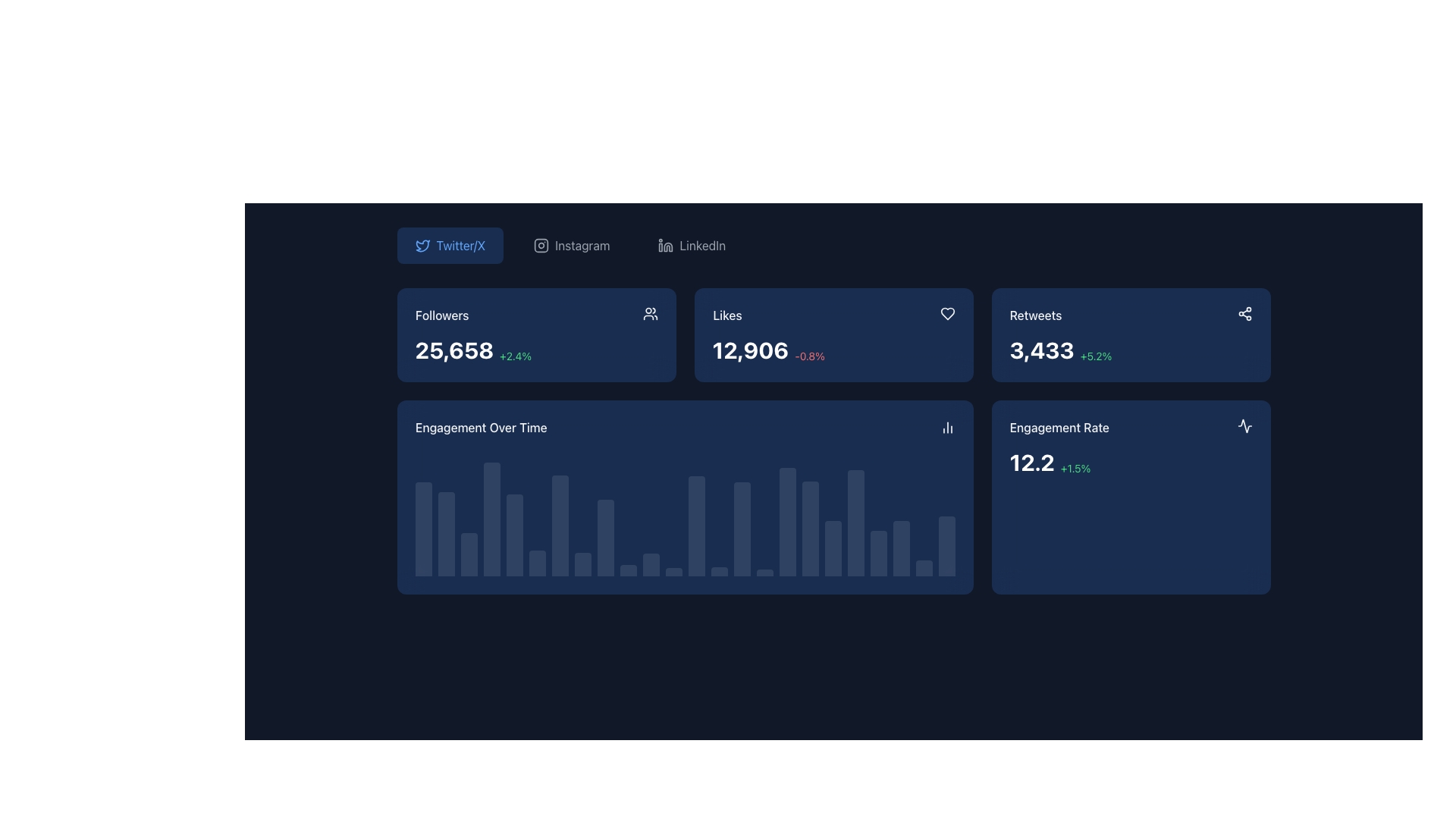 This screenshot has width=1456, height=819. Describe the element at coordinates (946, 312) in the screenshot. I see `the heart-shaped icon representing the 'like' action located at the top-right corner of the 'Likes' section` at that location.